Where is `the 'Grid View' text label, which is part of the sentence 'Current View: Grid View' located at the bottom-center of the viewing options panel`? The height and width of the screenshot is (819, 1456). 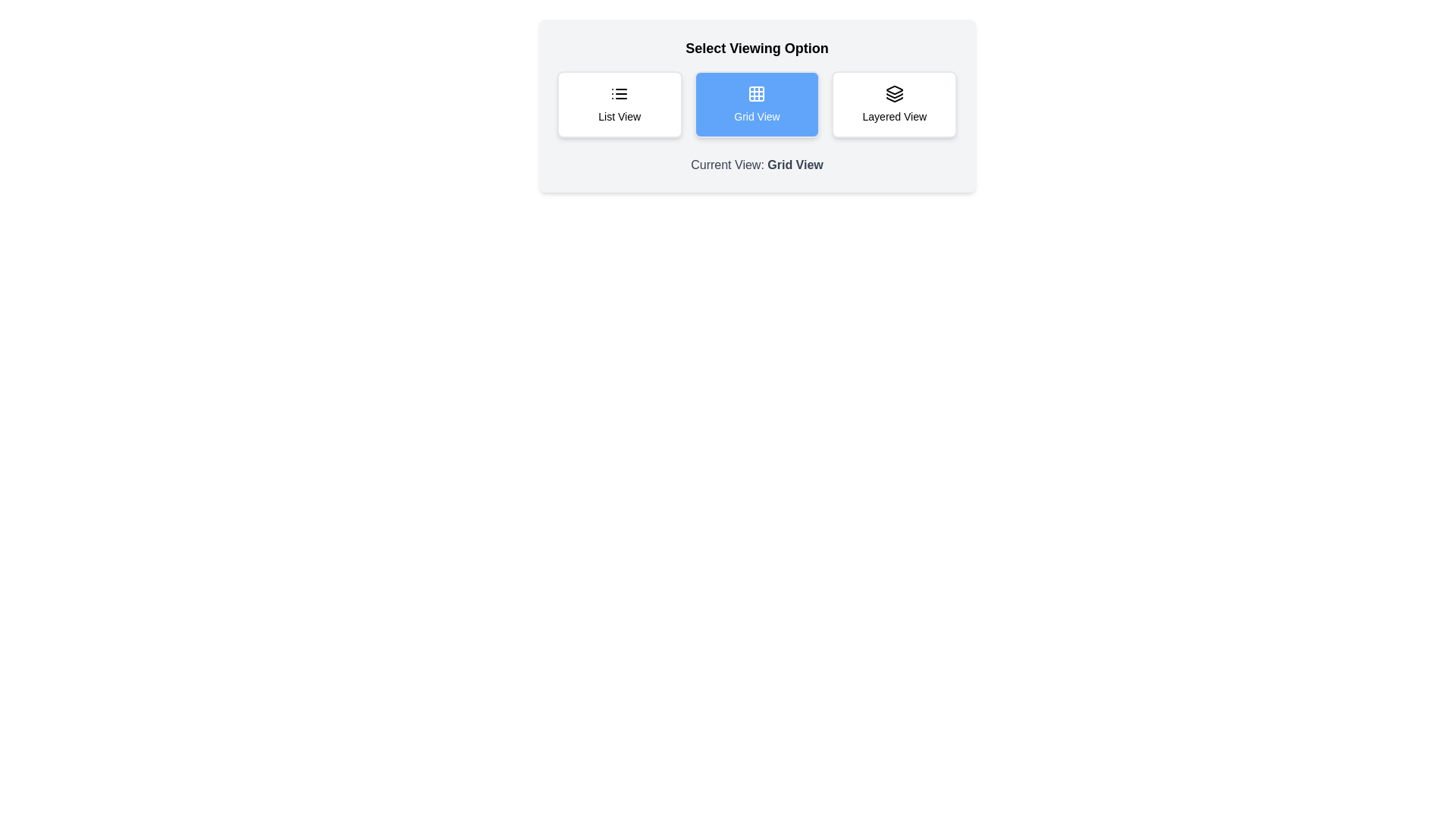 the 'Grid View' text label, which is part of the sentence 'Current View: Grid View' located at the bottom-center of the viewing options panel is located at coordinates (795, 165).